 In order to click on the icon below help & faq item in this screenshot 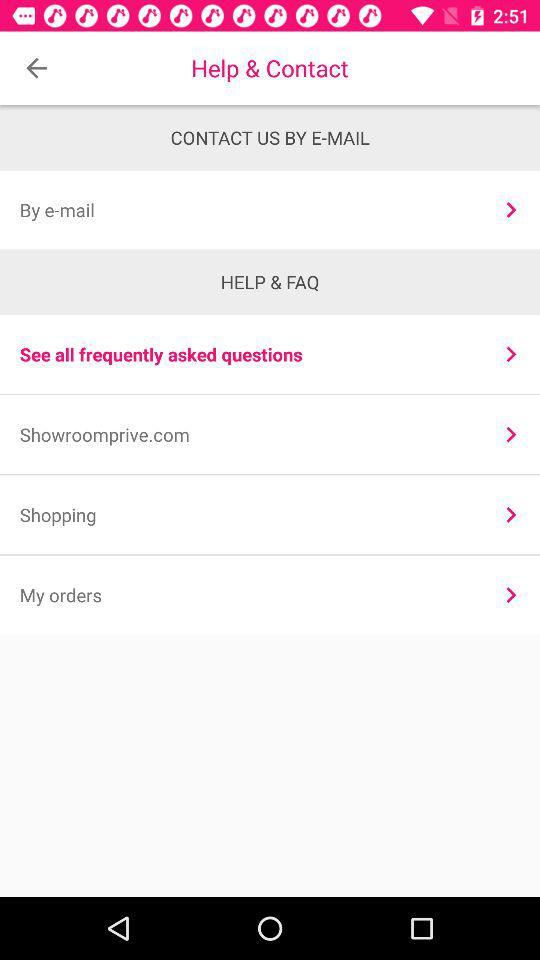, I will do `click(511, 354)`.